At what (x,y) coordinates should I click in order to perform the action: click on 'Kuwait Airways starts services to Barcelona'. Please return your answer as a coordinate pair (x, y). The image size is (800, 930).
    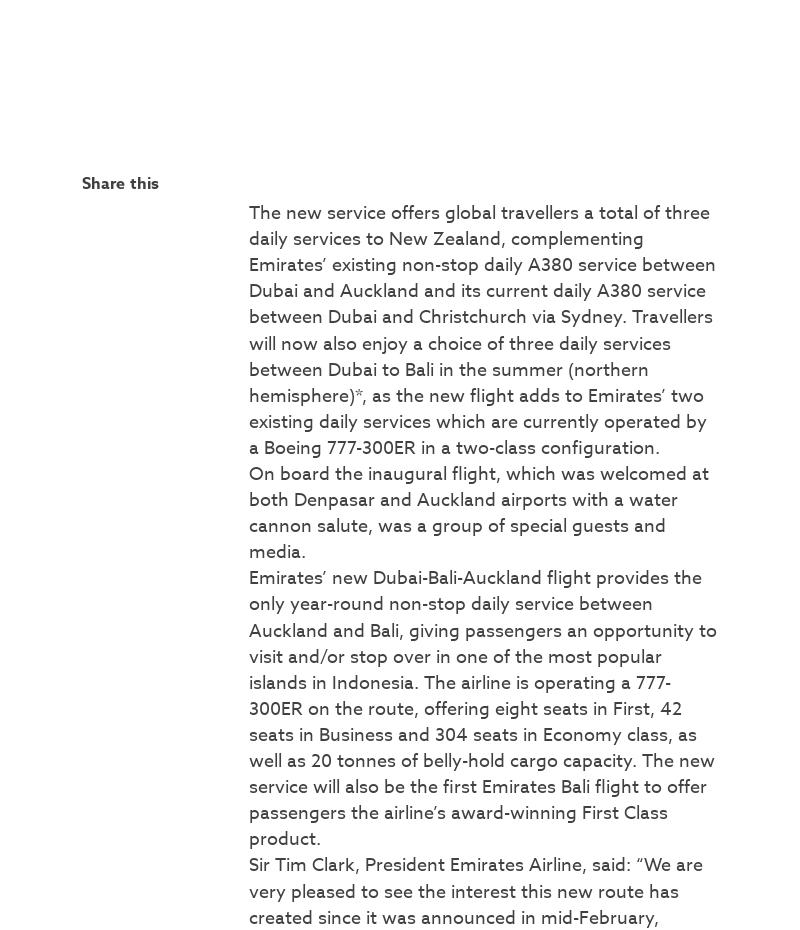
    Looking at the image, I should click on (583, 390).